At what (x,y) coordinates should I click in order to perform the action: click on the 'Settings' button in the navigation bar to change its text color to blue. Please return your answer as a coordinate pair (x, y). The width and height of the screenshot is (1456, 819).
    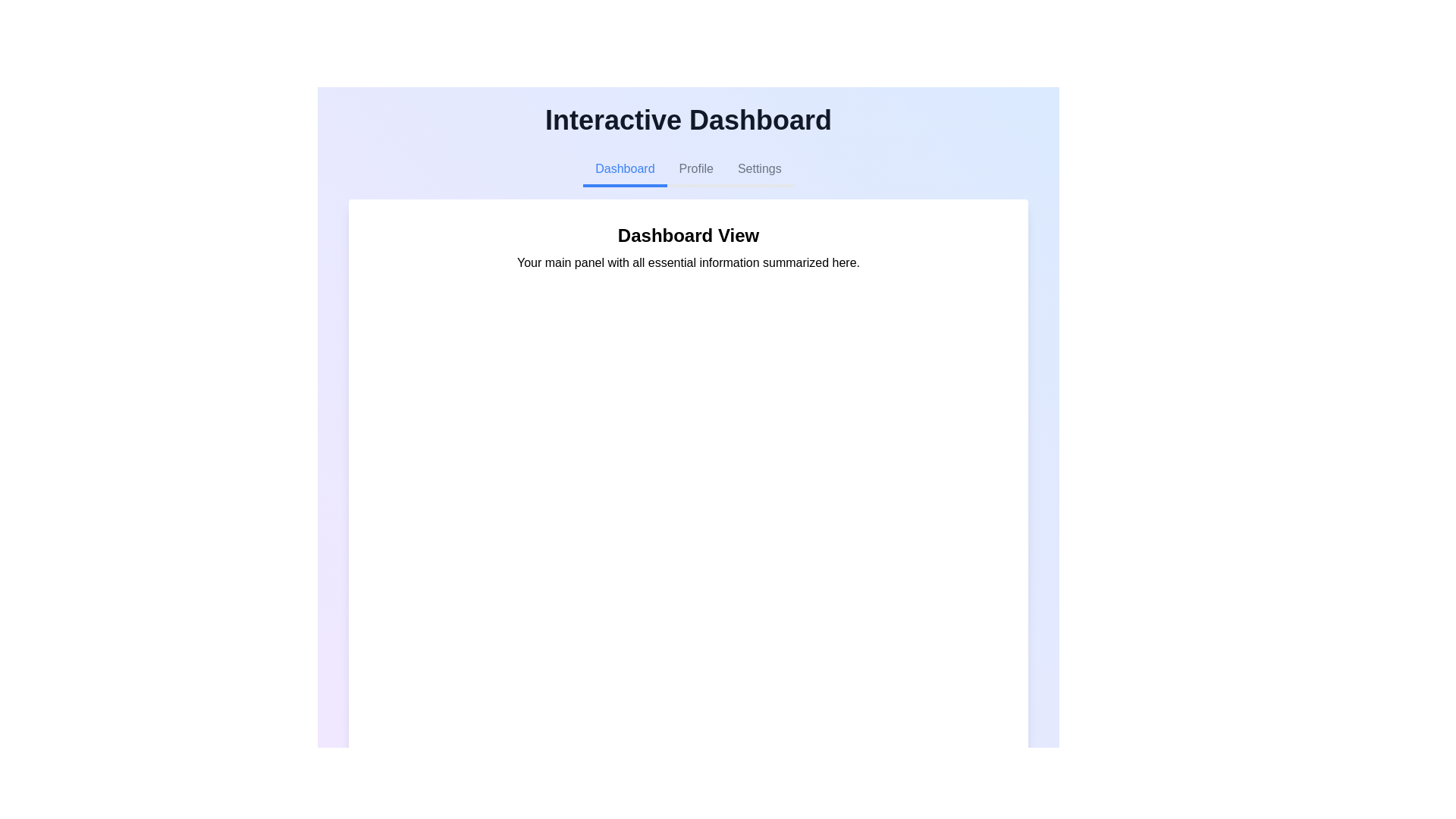
    Looking at the image, I should click on (759, 170).